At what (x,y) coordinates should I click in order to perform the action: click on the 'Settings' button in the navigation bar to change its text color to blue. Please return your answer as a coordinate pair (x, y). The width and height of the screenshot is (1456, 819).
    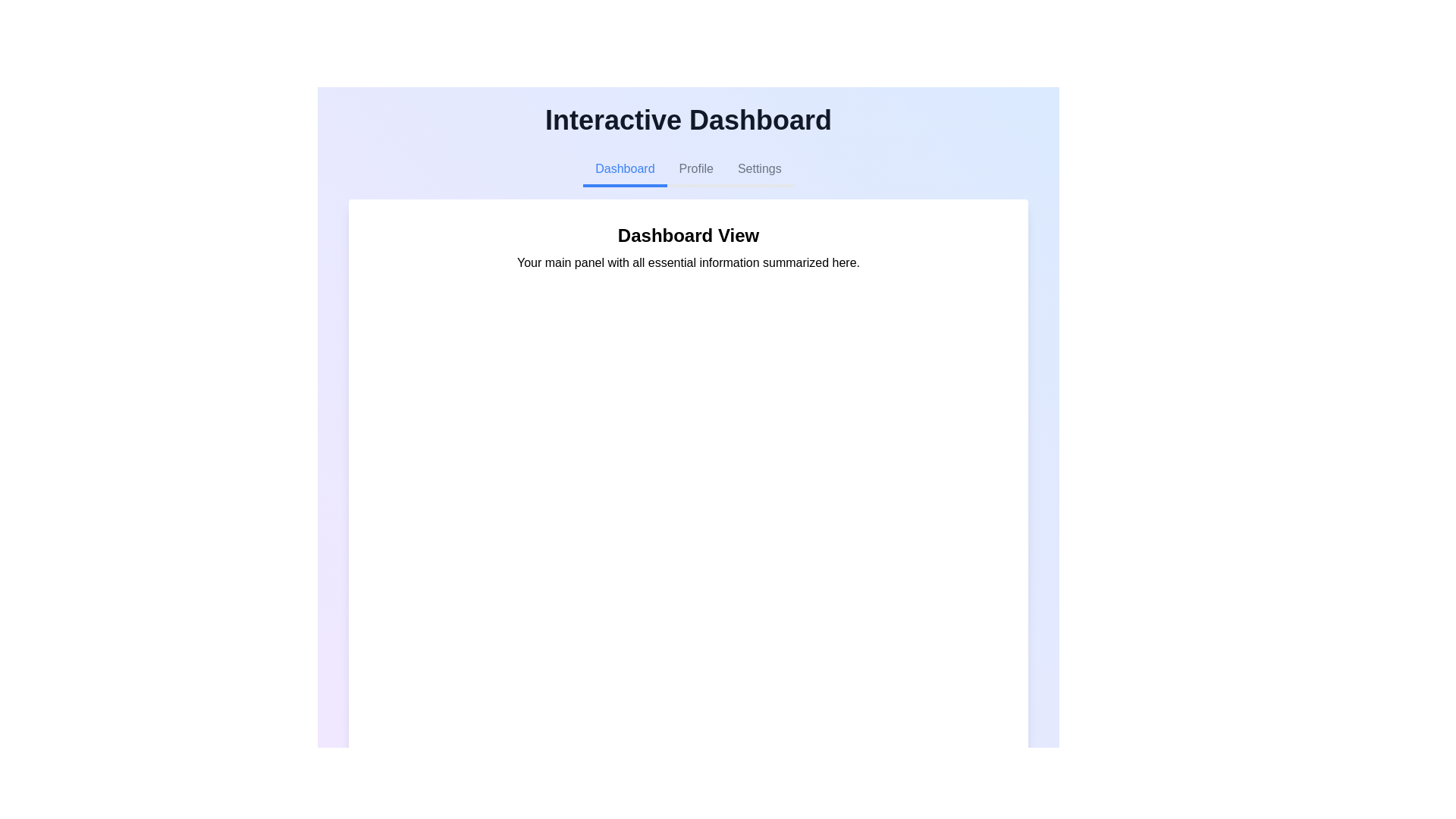
    Looking at the image, I should click on (759, 170).